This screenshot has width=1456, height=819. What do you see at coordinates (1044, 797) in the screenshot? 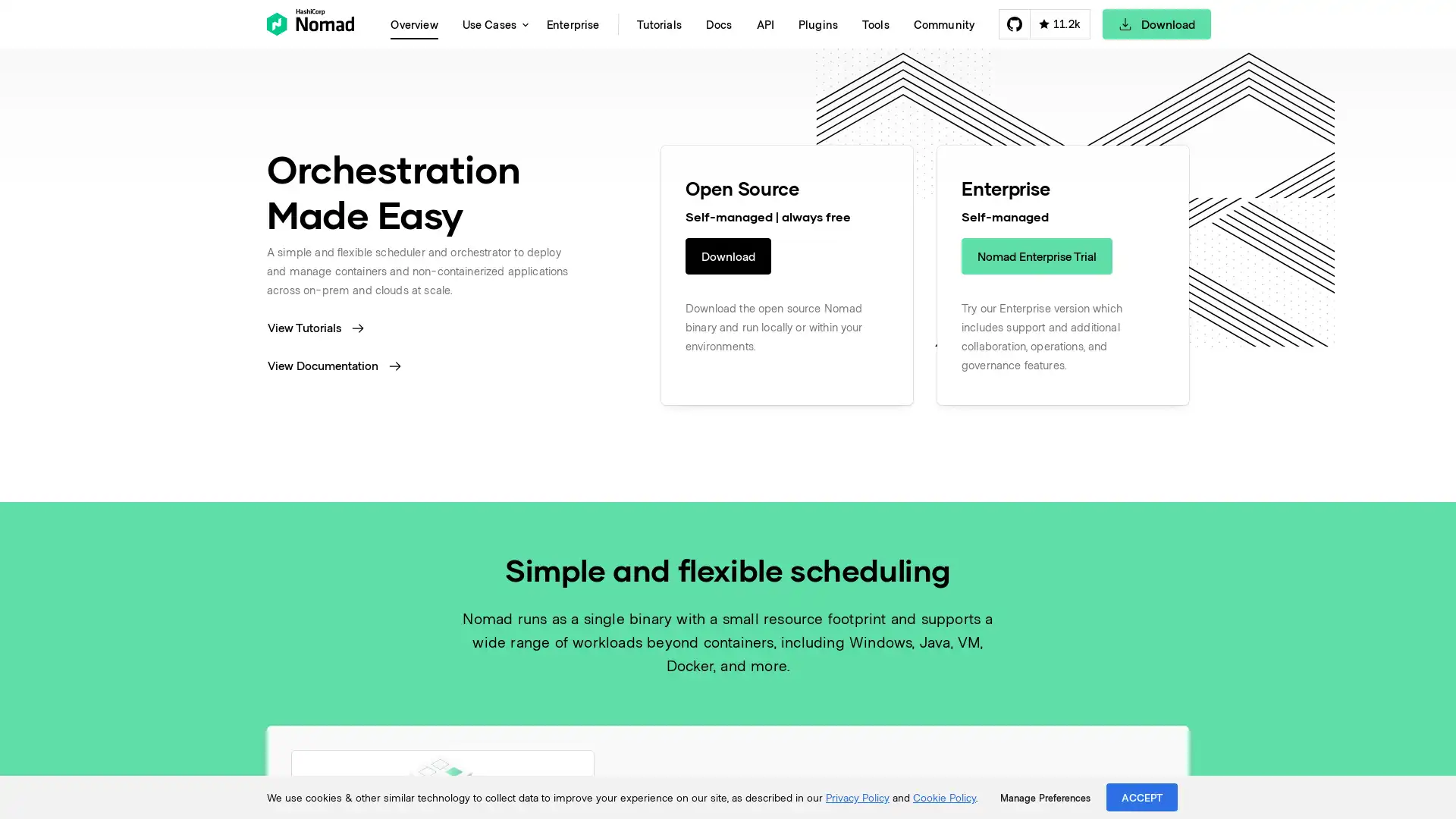
I see `Manage Preferences` at bounding box center [1044, 797].